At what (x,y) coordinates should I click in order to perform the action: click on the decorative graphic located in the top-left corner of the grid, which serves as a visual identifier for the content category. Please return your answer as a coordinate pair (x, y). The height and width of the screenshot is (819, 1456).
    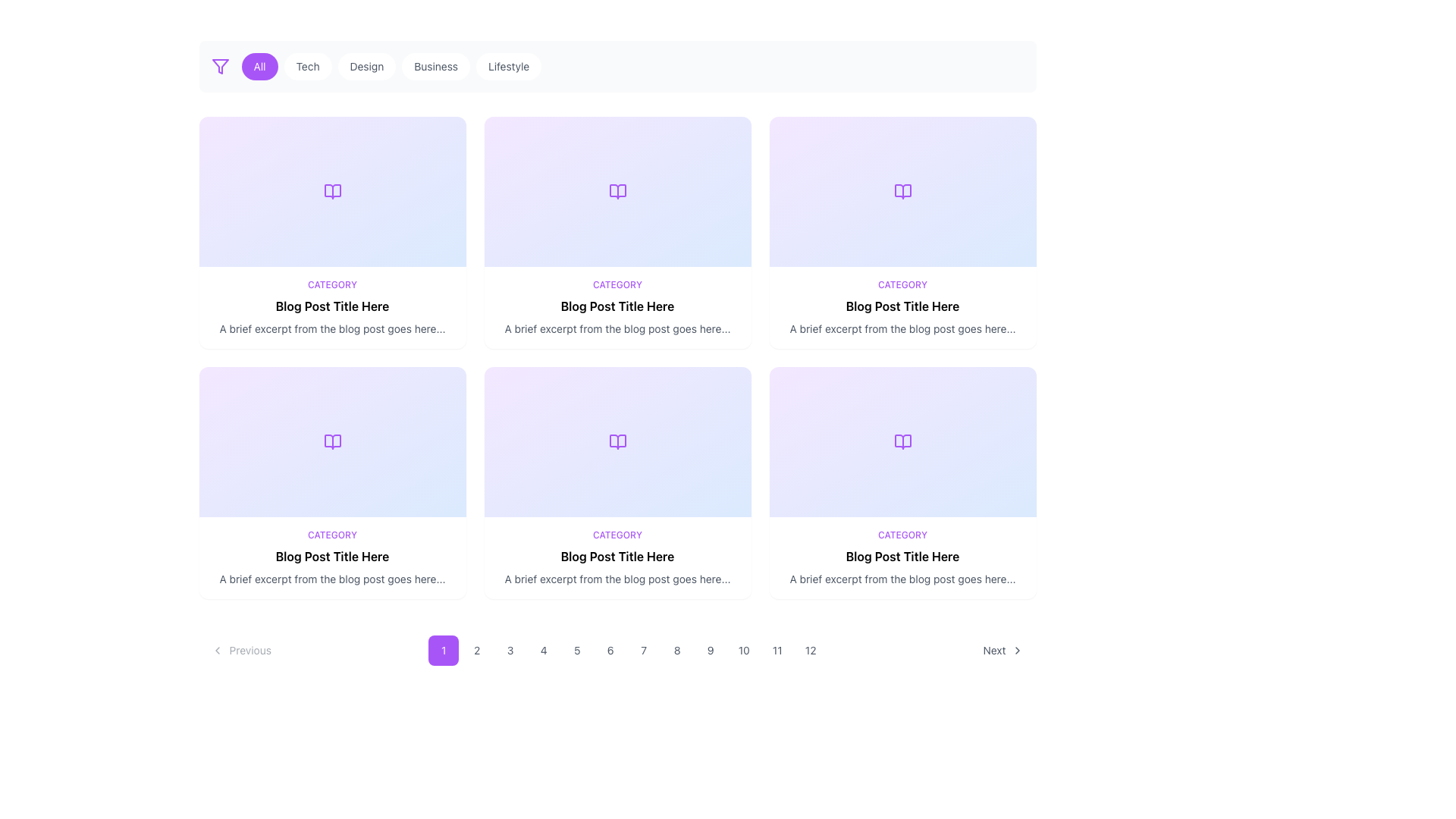
    Looking at the image, I should click on (331, 191).